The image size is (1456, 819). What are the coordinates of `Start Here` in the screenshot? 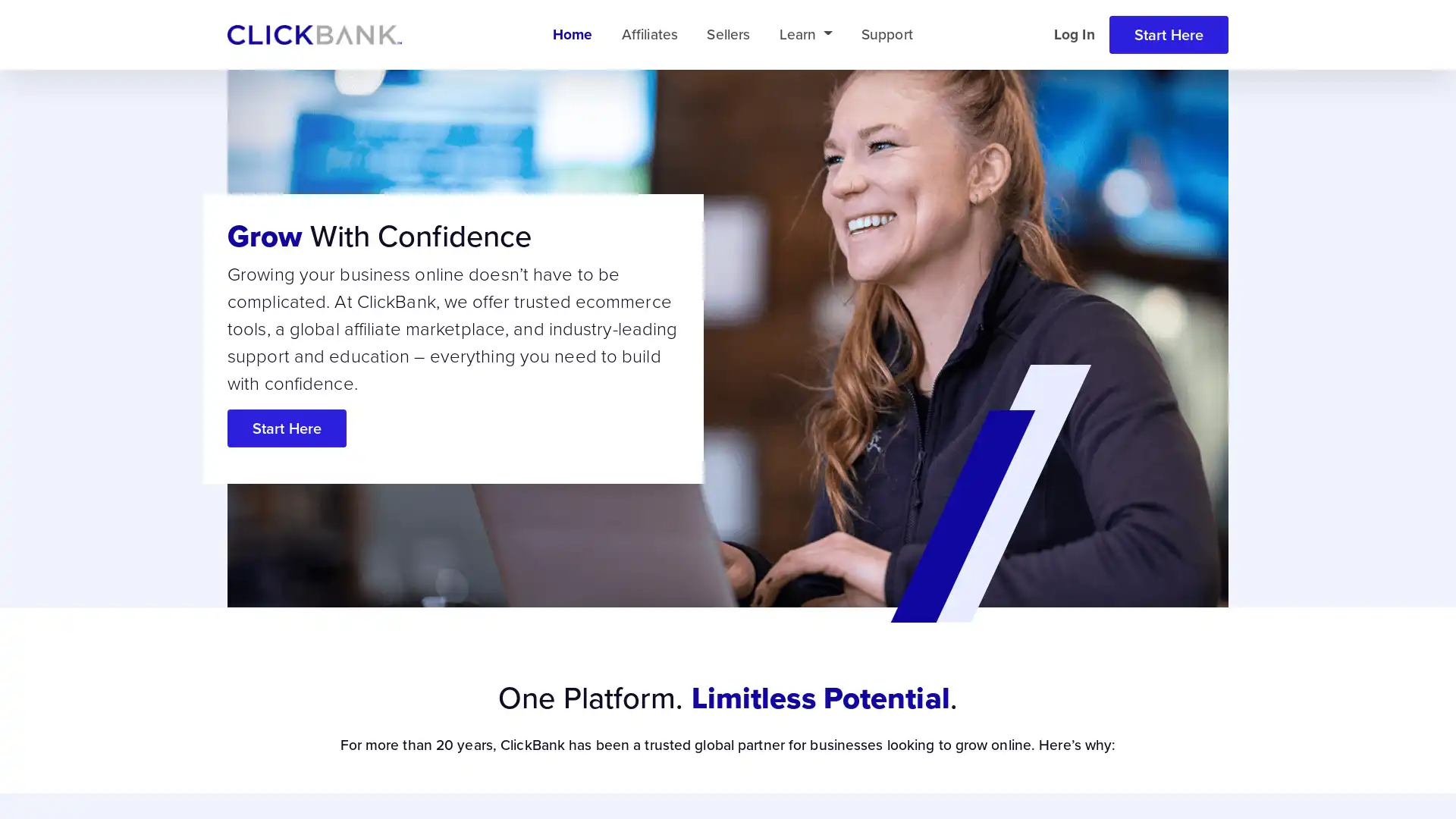 It's located at (1167, 34).